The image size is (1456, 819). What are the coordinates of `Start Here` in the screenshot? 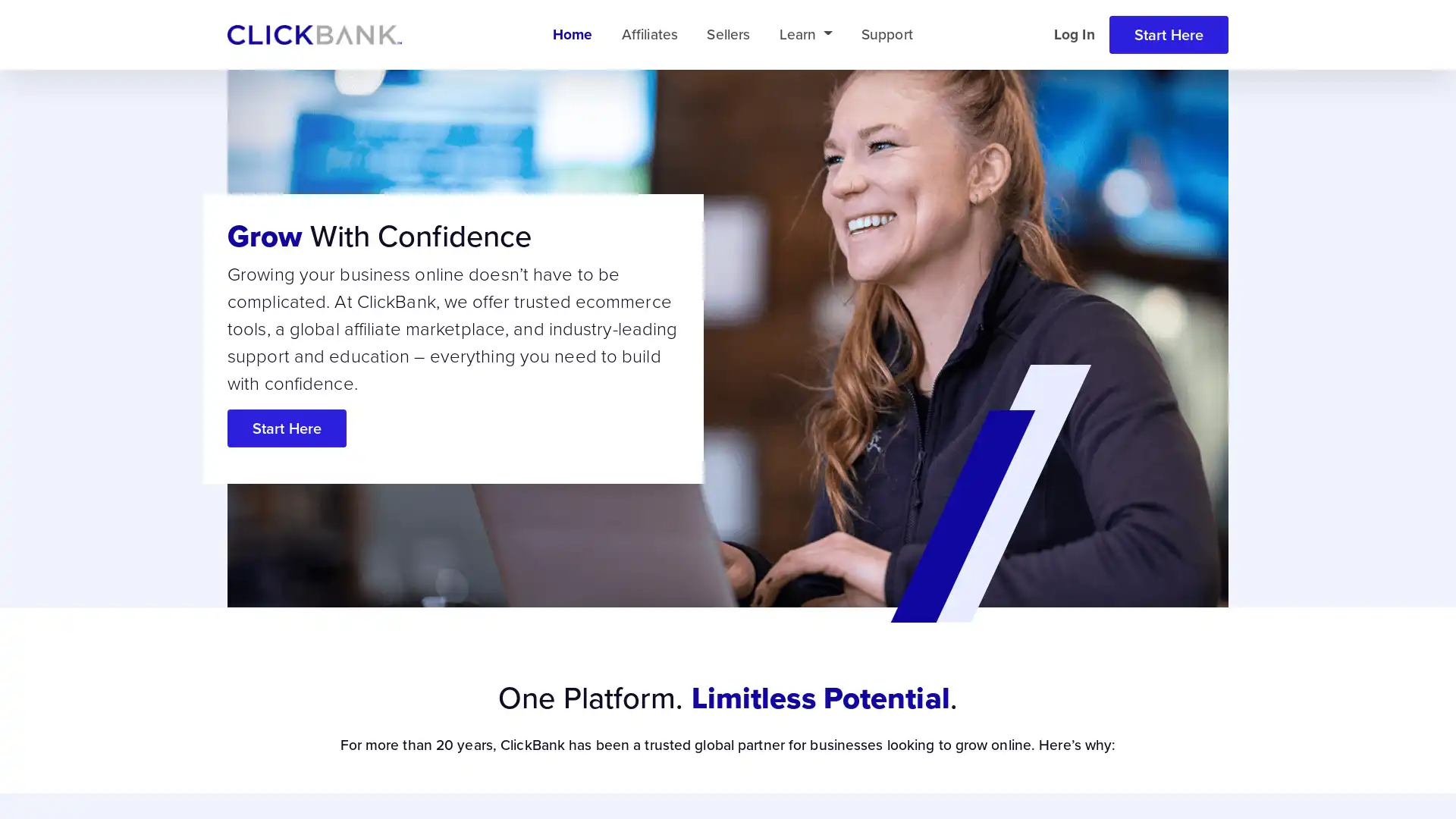 It's located at (1167, 34).